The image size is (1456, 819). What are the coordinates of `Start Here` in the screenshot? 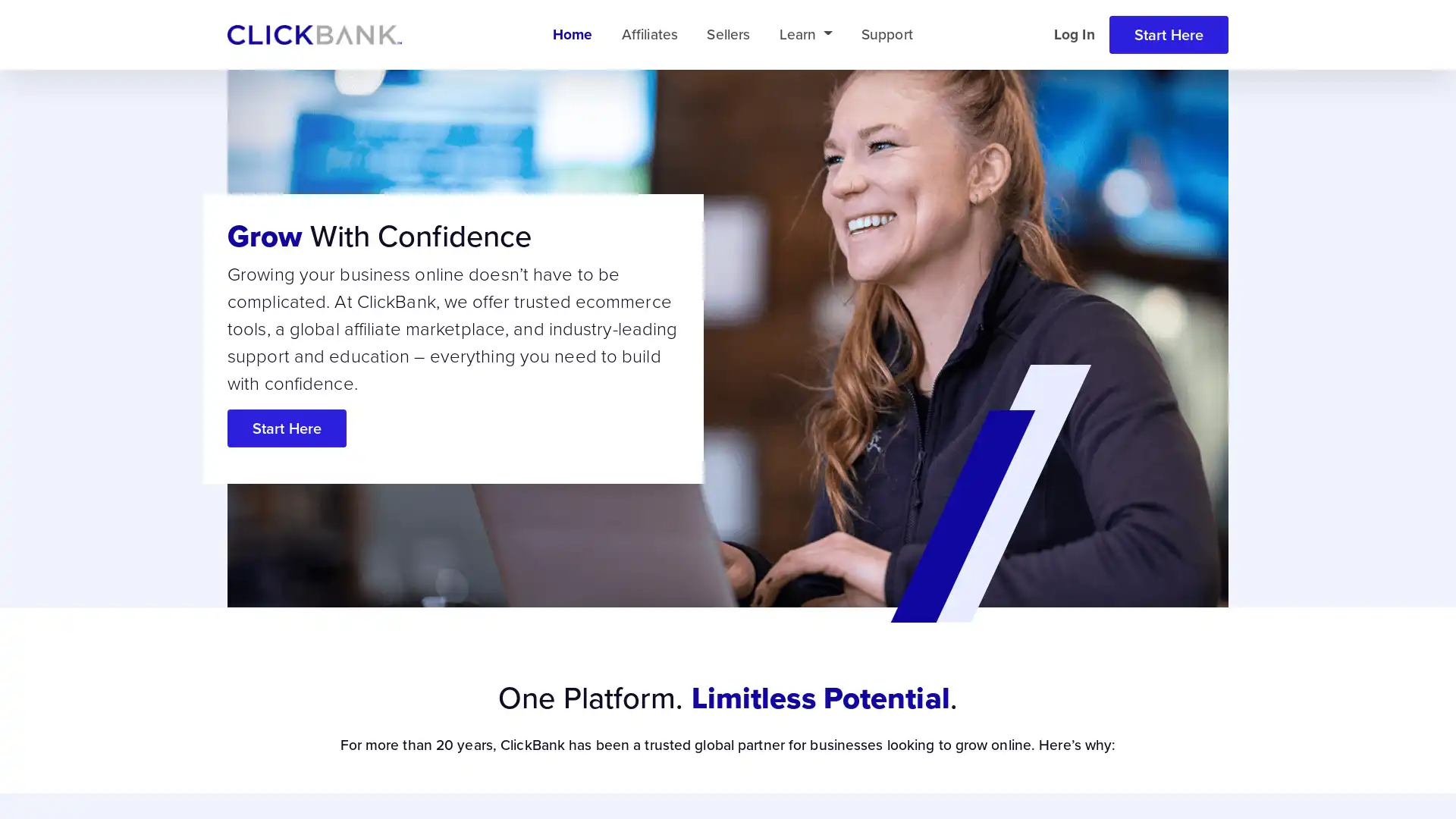 It's located at (1167, 34).